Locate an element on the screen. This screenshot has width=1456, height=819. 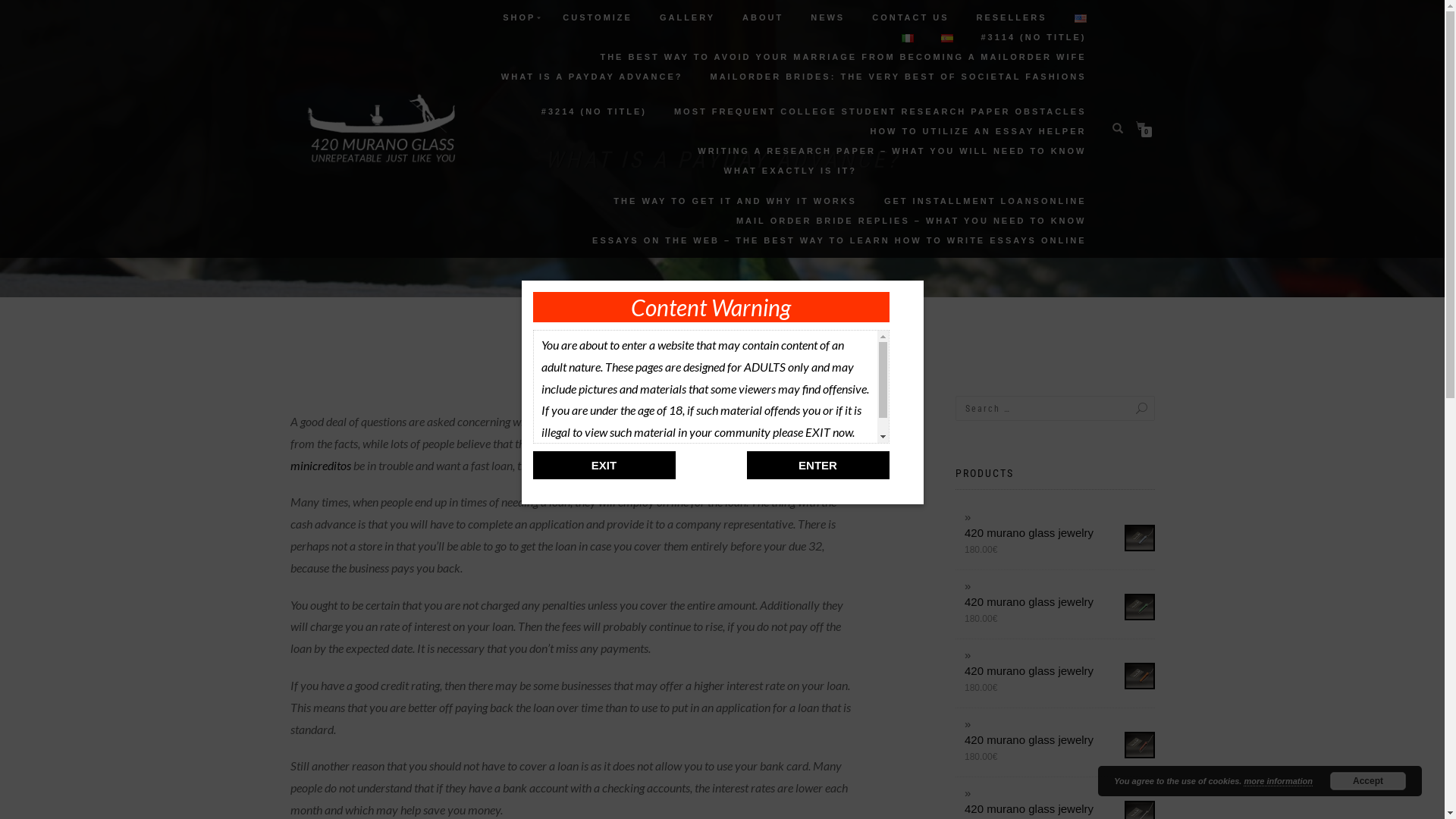
'pedir minicreditos' is located at coordinates (566, 453).